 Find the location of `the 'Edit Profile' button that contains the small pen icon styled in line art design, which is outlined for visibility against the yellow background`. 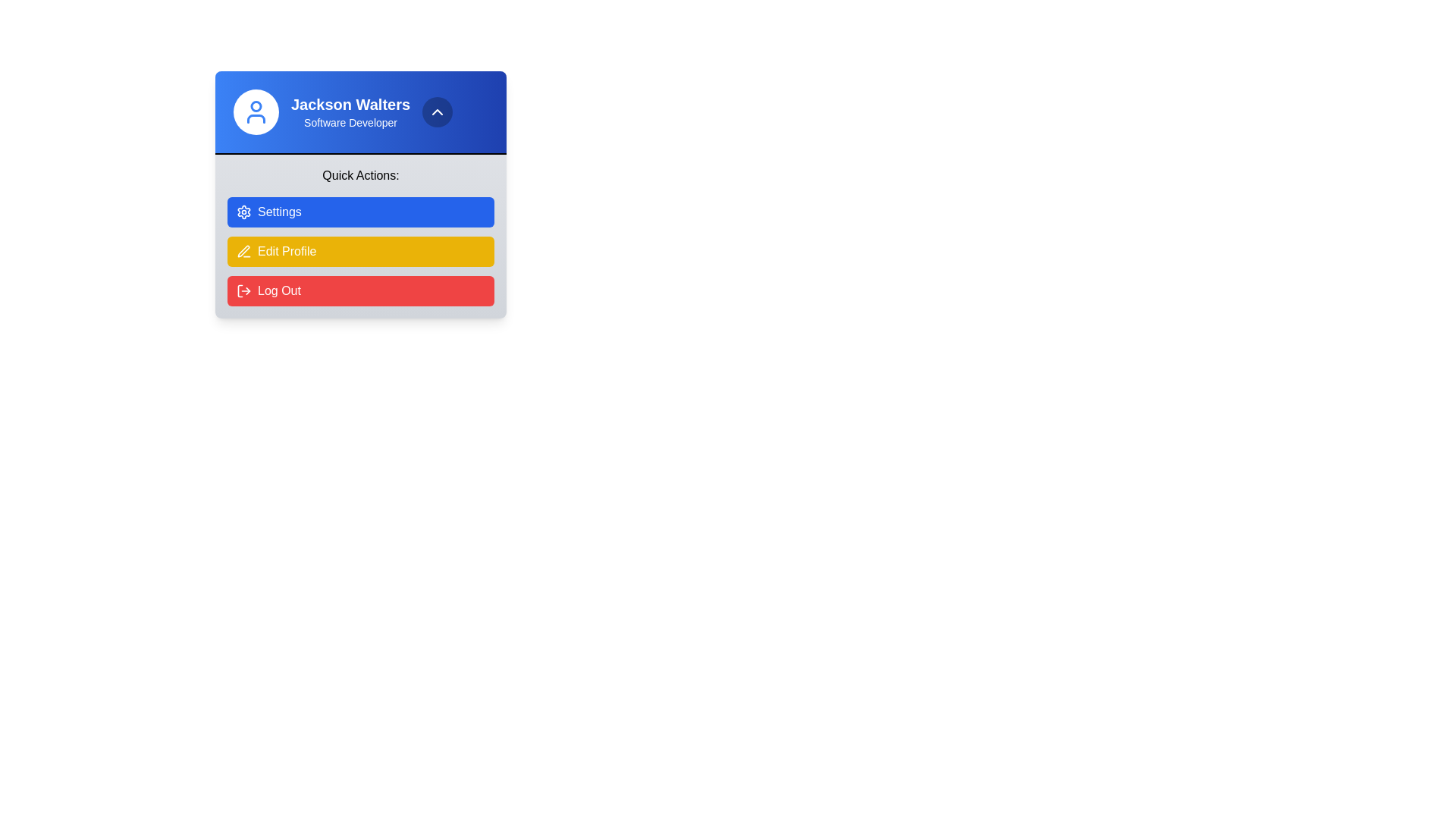

the 'Edit Profile' button that contains the small pen icon styled in line art design, which is outlined for visibility against the yellow background is located at coordinates (243, 250).